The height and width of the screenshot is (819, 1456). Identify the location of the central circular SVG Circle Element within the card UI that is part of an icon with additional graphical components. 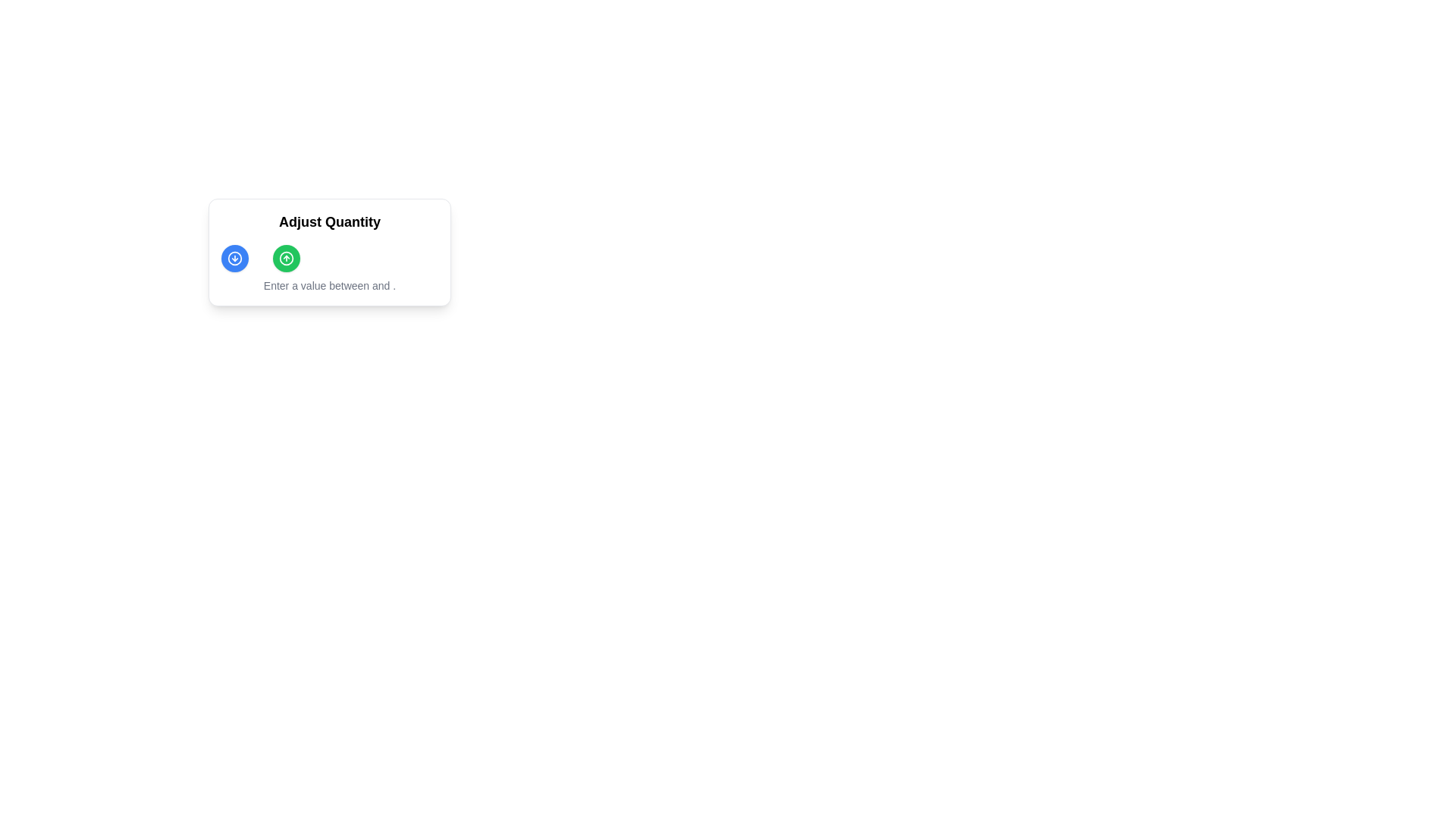
(287, 257).